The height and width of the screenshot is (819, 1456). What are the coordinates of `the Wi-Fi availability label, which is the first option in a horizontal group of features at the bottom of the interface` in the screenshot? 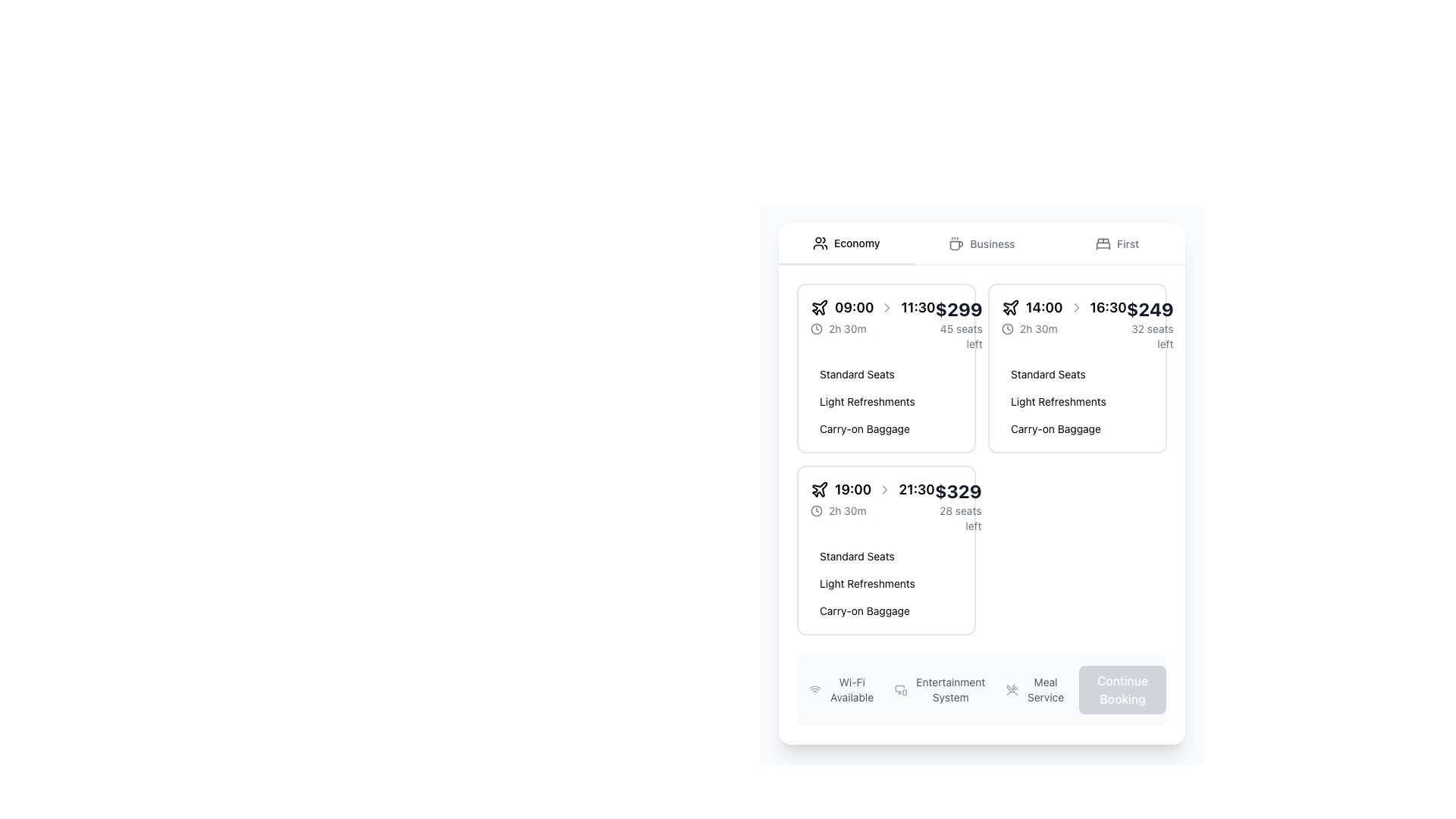 It's located at (842, 690).